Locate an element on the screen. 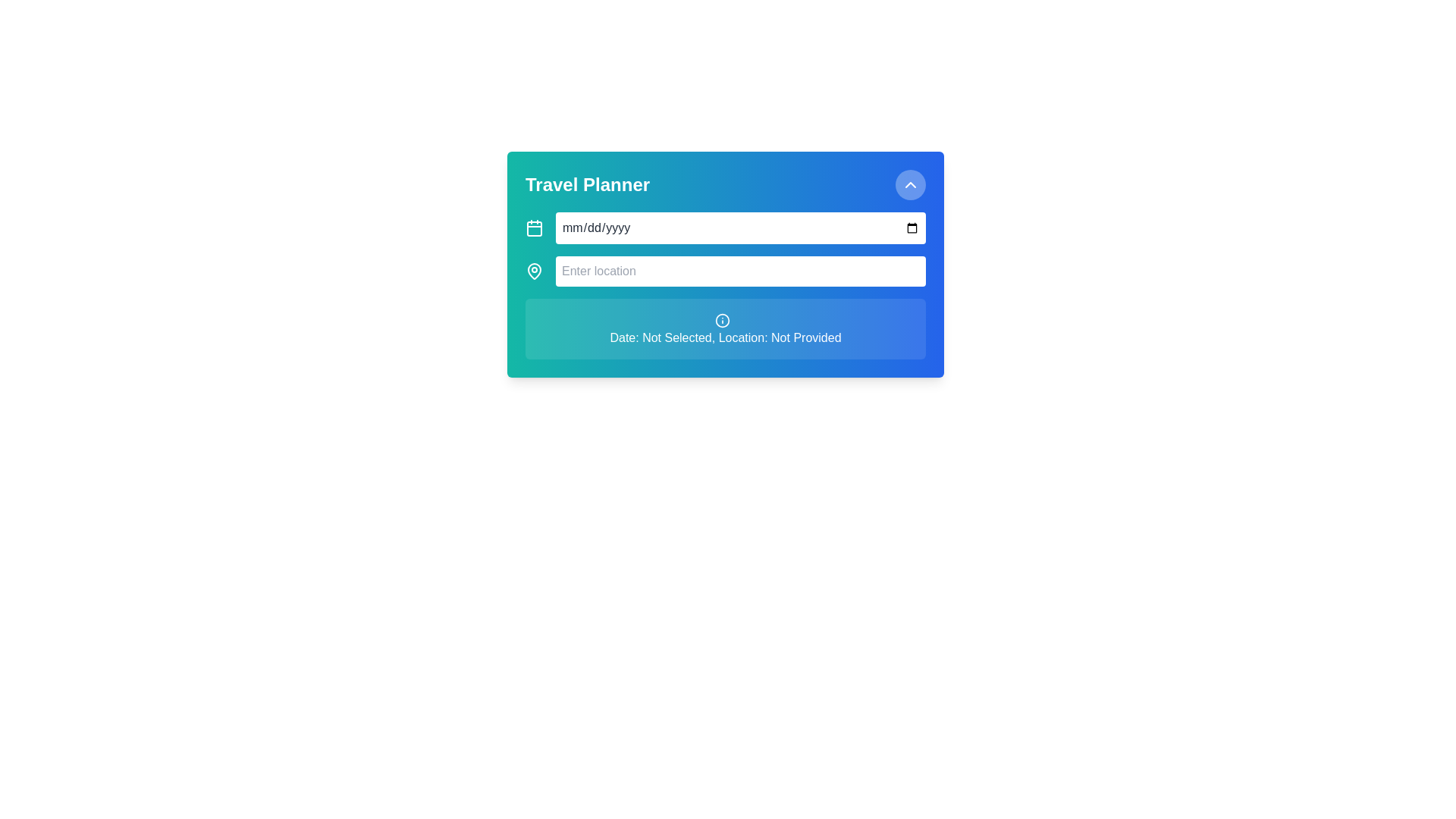 The height and width of the screenshot is (819, 1456). the decorative shape that represents the body of the calendar icon located near the top-left of the Travel Planner interactive window is located at coordinates (535, 228).